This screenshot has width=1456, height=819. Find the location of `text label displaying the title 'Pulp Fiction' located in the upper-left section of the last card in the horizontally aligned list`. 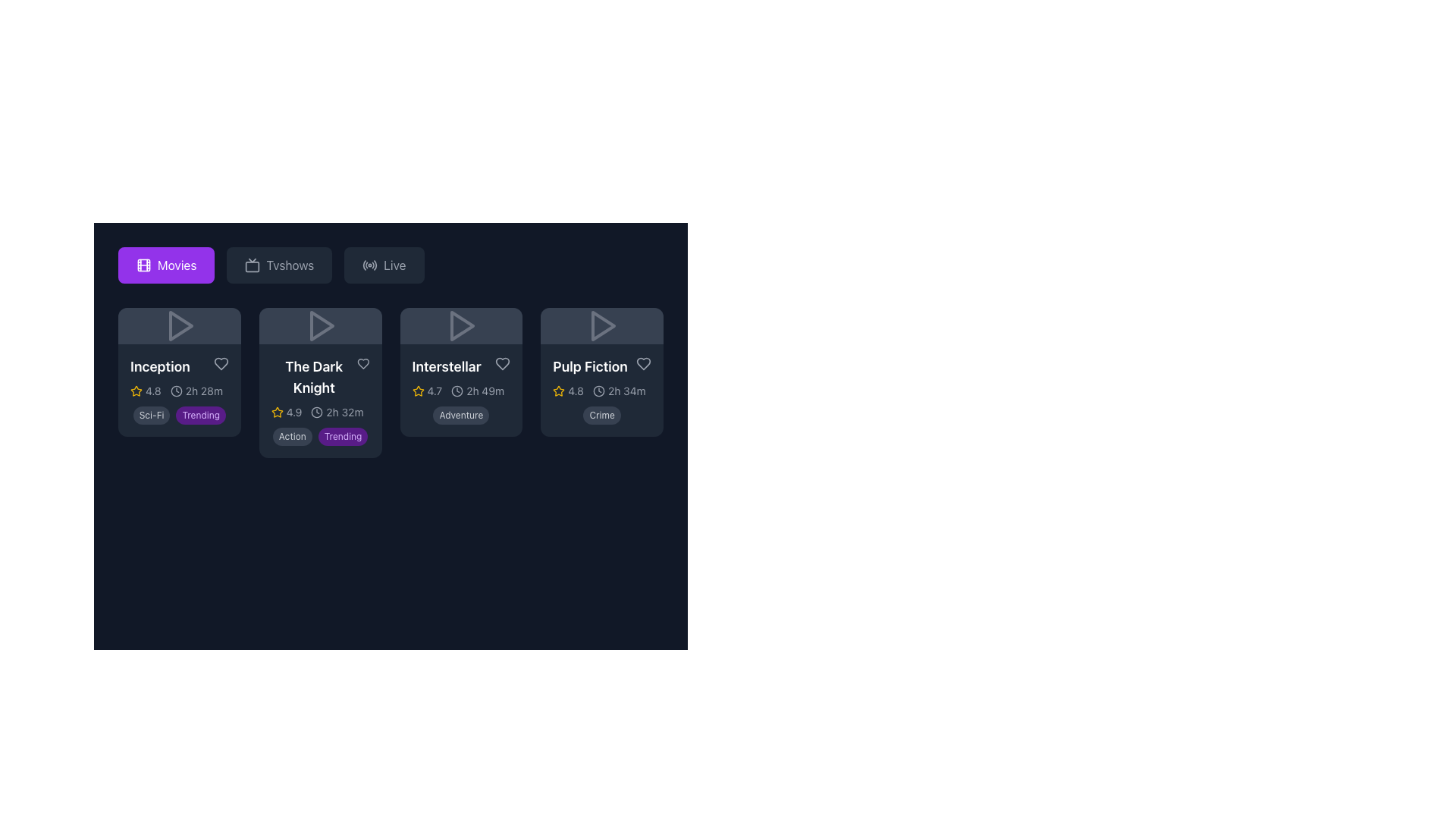

text label displaying the title 'Pulp Fiction' located in the upper-left section of the last card in the horizontally aligned list is located at coordinates (601, 366).